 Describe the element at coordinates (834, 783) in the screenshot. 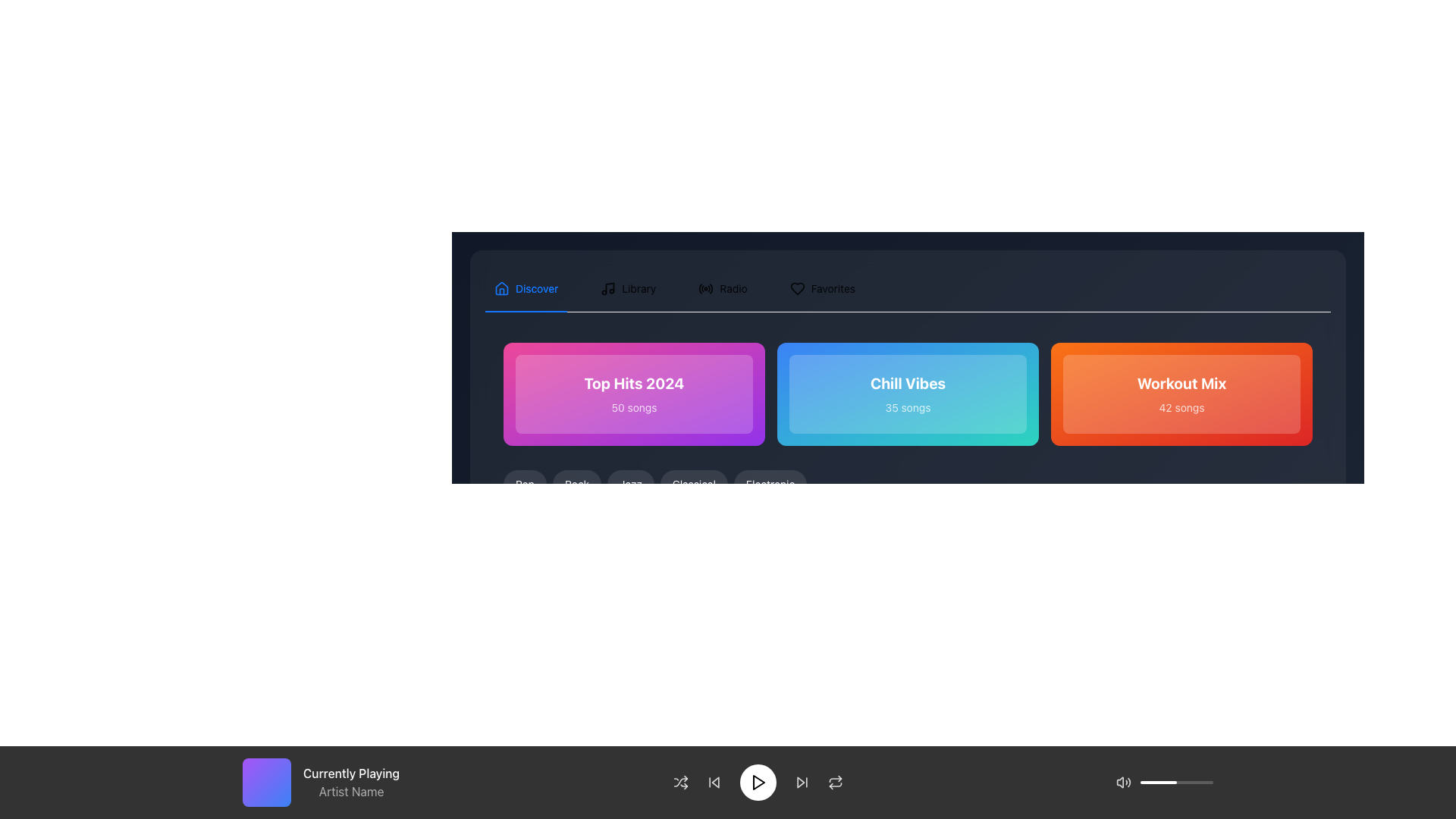

I see `the button with an icon depicting two arrows forming a loop located at the bottom-right corner of the interface in the horizontal toolbar` at that location.